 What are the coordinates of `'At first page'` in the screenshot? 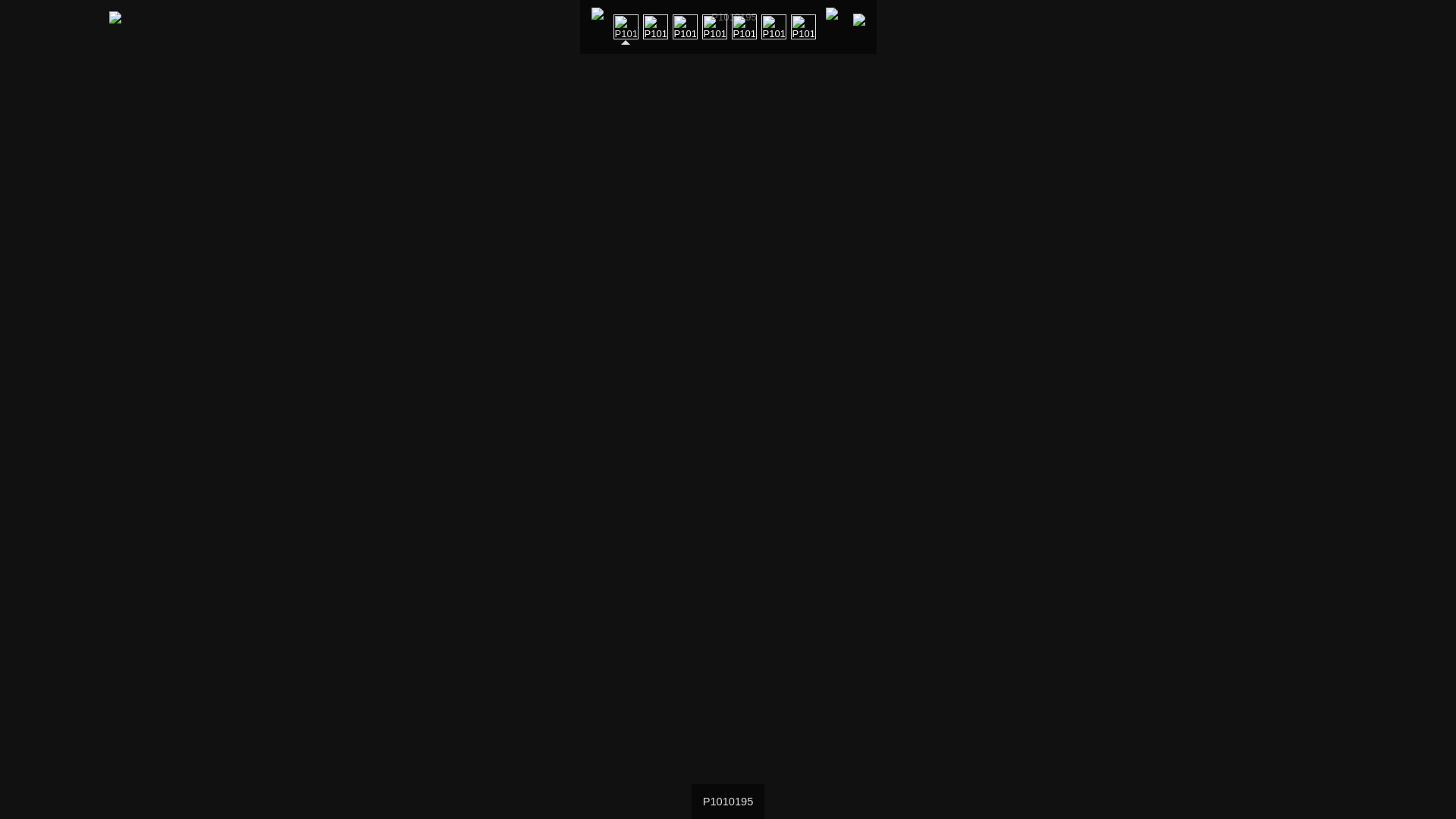 It's located at (830, 27).